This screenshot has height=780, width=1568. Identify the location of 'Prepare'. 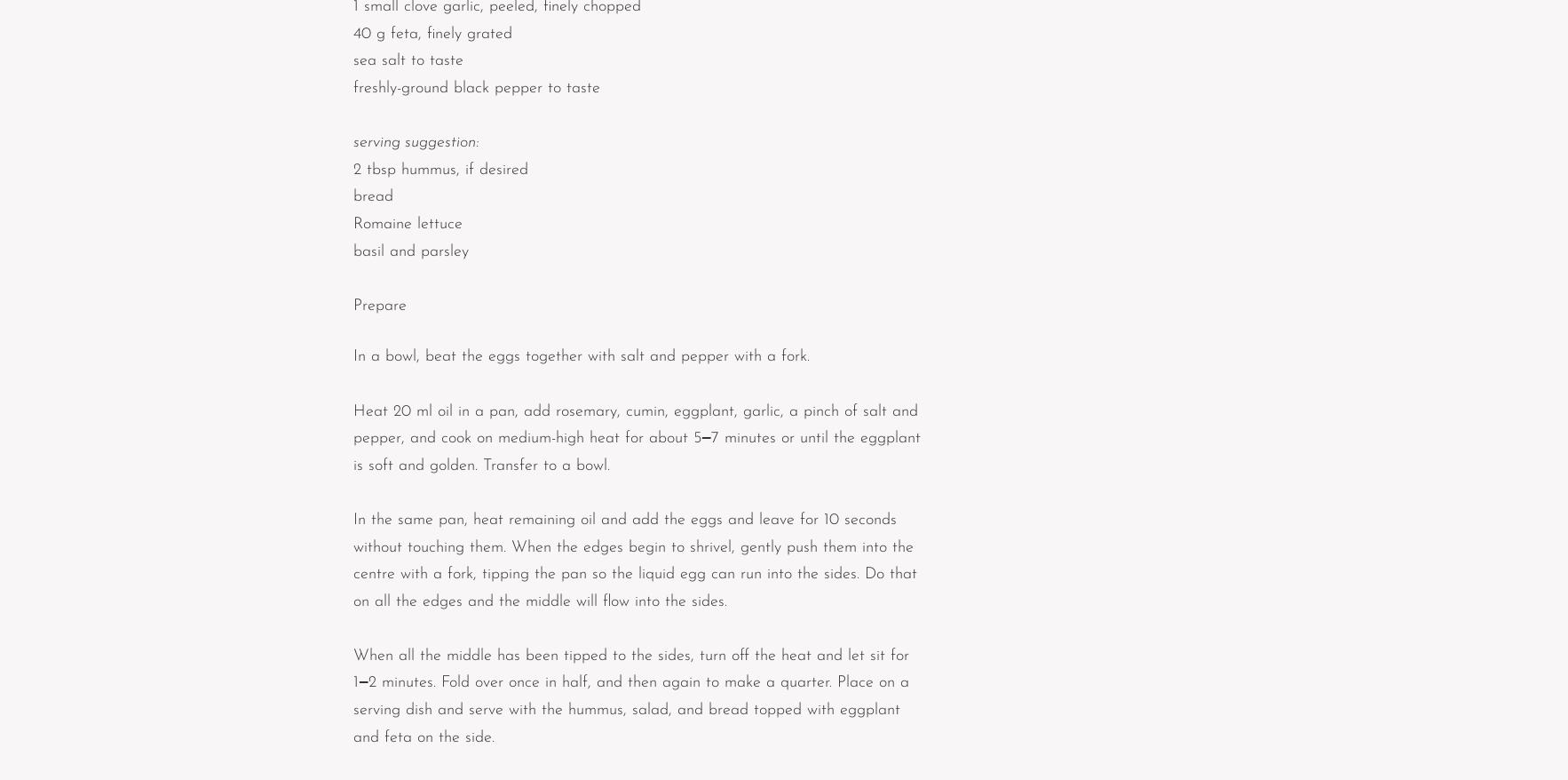
(379, 305).